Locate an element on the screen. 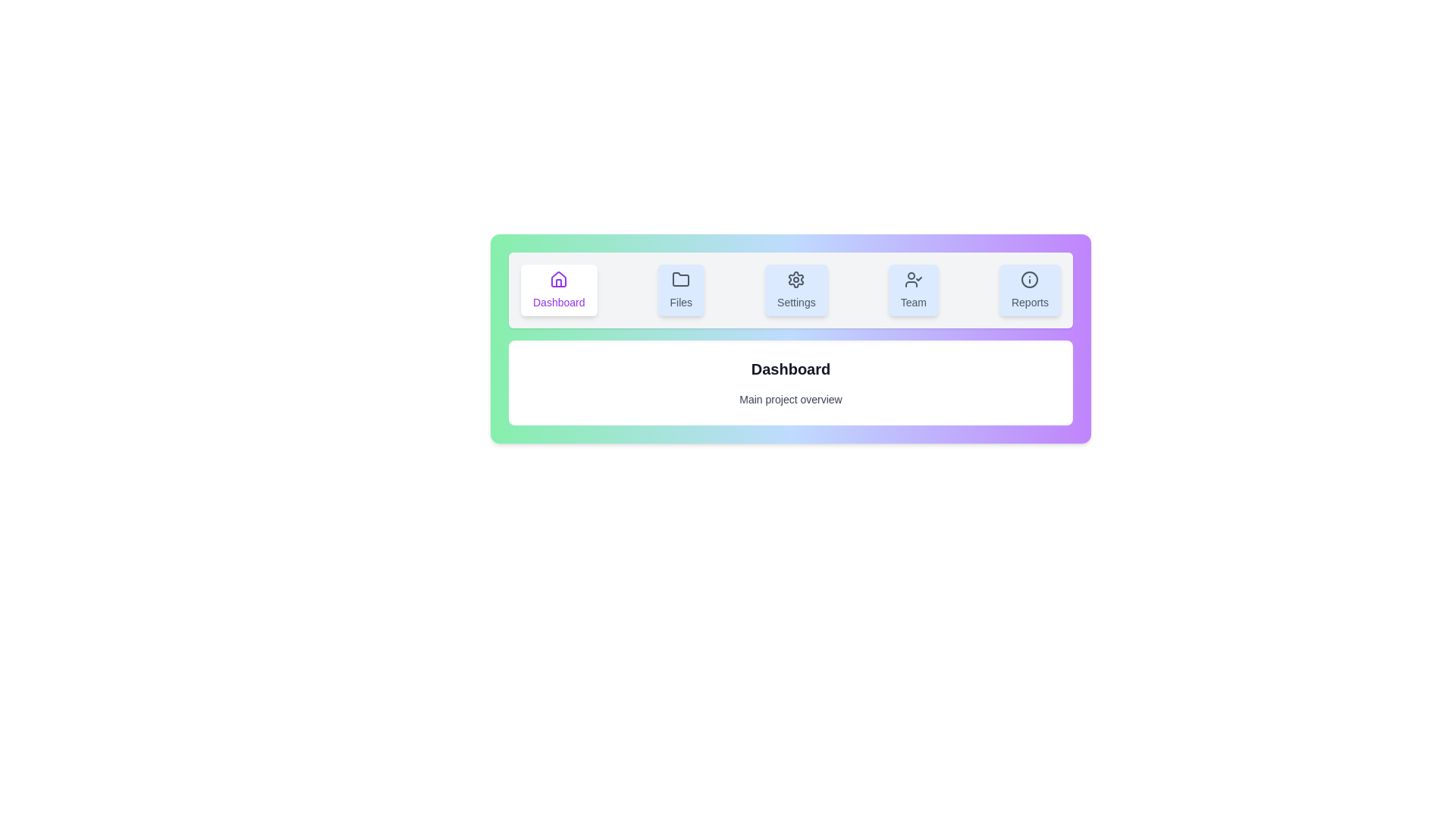 The height and width of the screenshot is (819, 1456). the tab labeled Team by clicking on it is located at coordinates (912, 290).